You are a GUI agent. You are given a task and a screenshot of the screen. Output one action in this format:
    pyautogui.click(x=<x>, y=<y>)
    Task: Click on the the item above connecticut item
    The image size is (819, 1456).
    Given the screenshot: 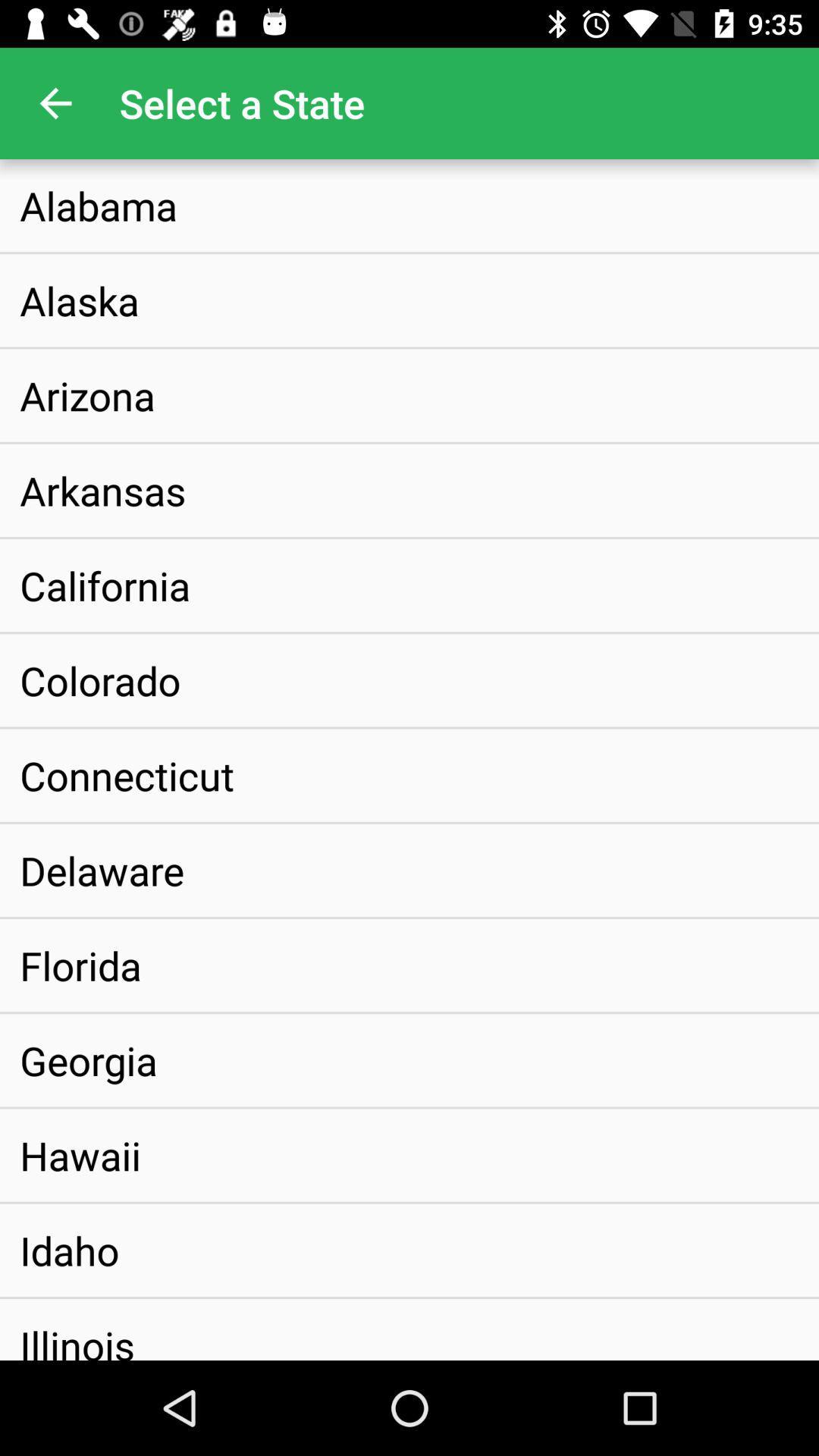 What is the action you would take?
    pyautogui.click(x=100, y=679)
    